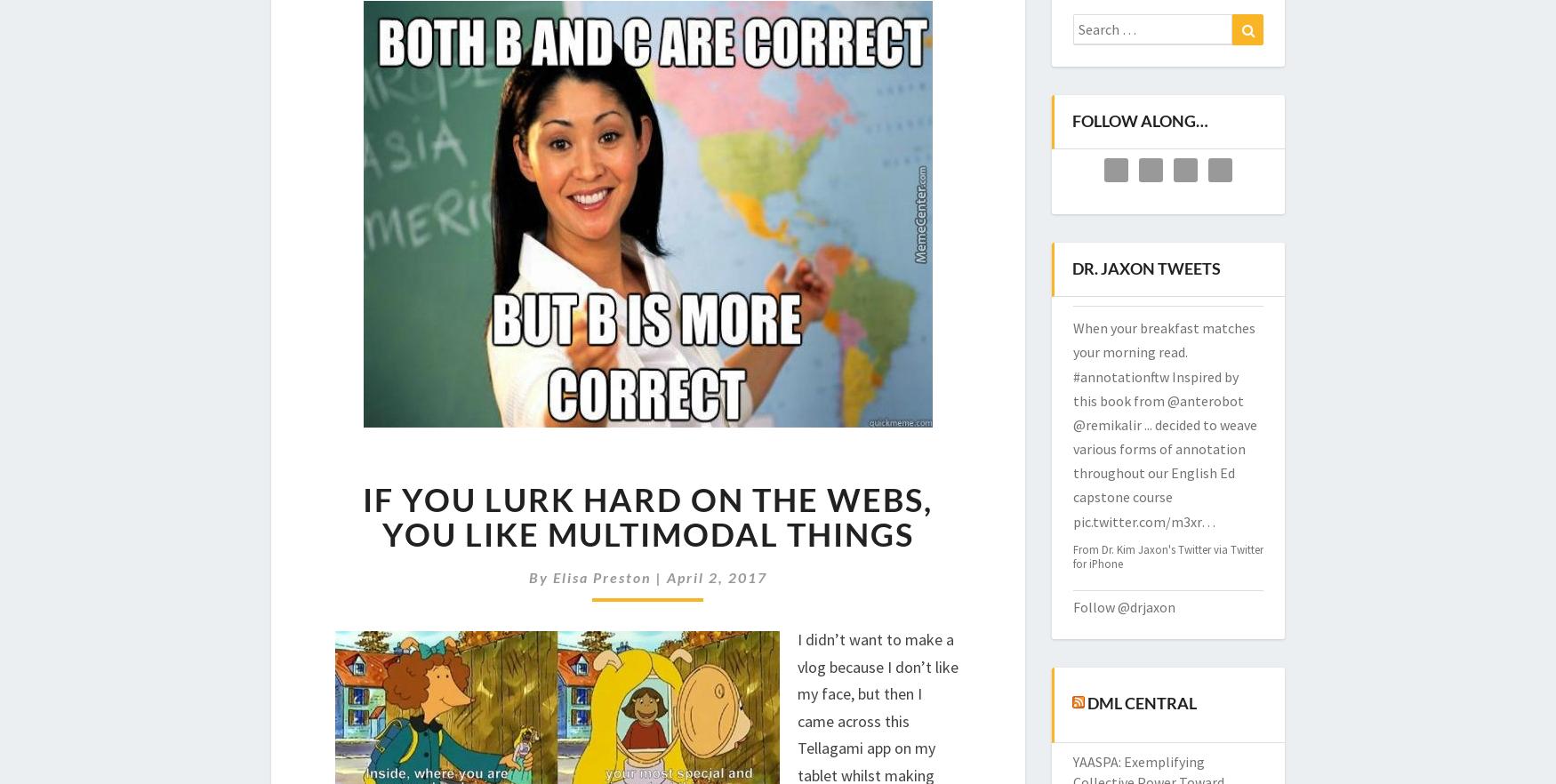  What do you see at coordinates (1160, 352) in the screenshot?
I see `'Made it through fall 2022. All my gratitude to students and incredible colleagues.'` at bounding box center [1160, 352].